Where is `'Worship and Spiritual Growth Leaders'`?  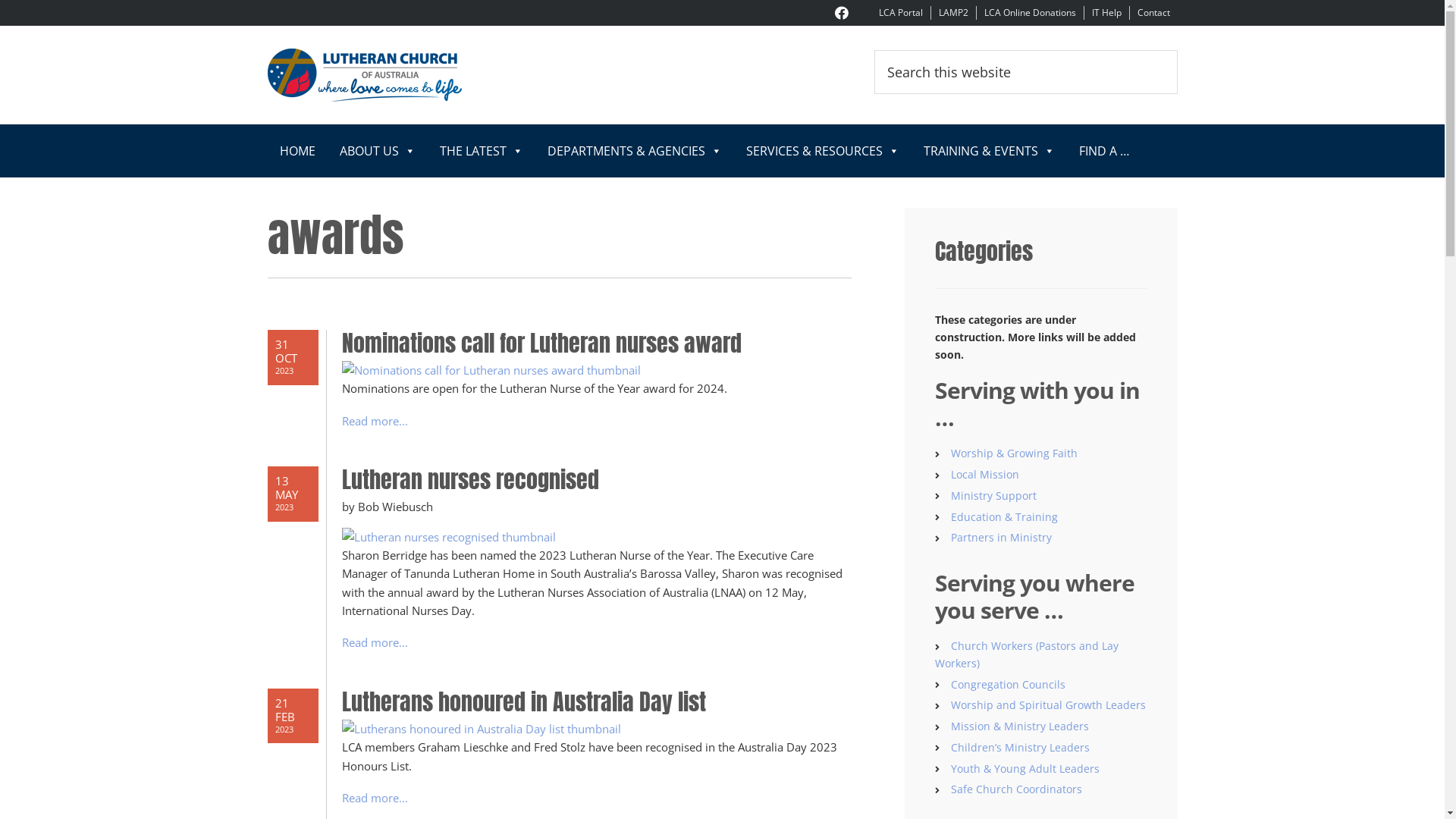 'Worship and Spiritual Growth Leaders' is located at coordinates (949, 704).